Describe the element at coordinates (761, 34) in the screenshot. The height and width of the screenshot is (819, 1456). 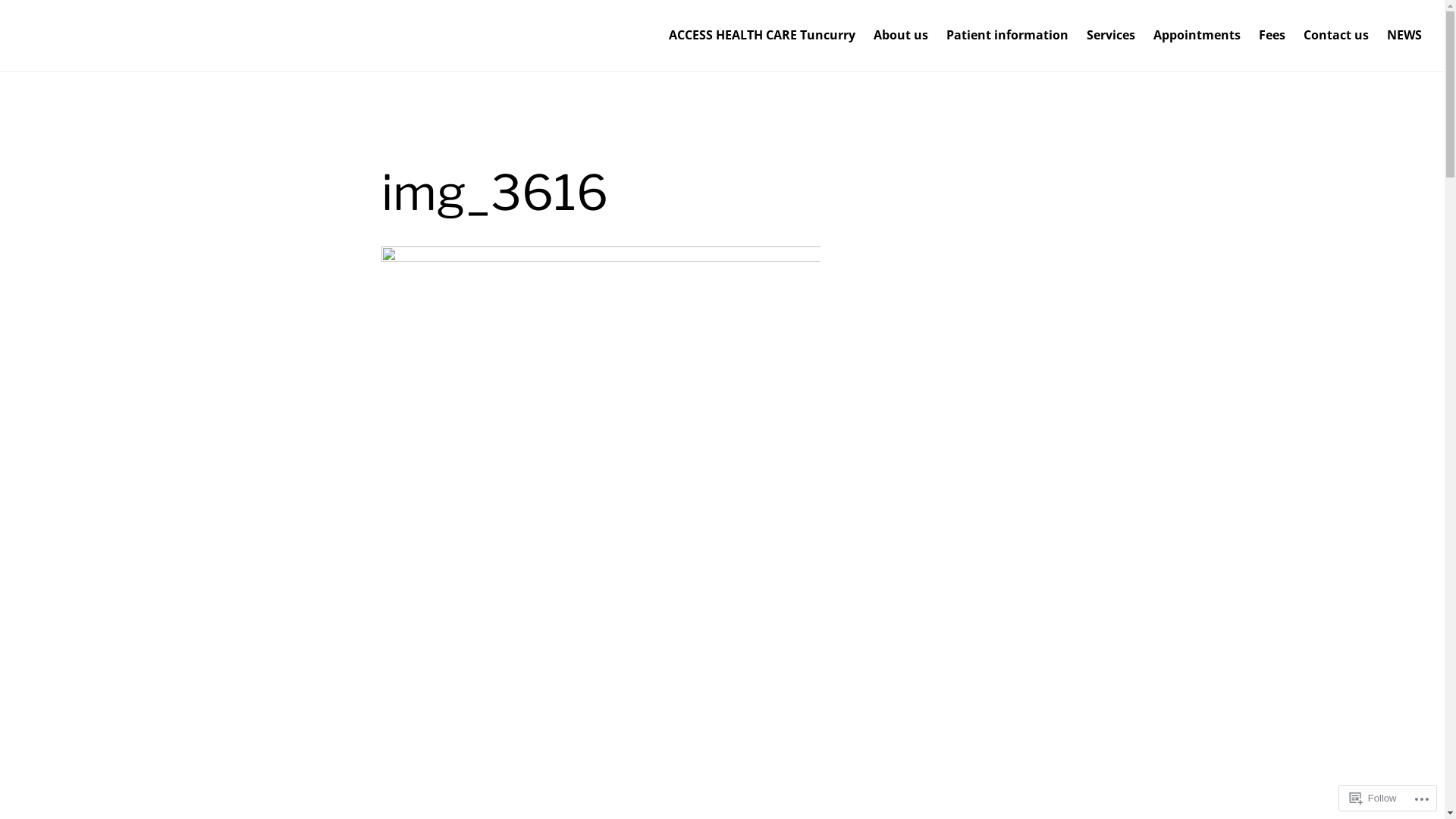
I see `'ACCESS HEALTH CARE Tuncurry'` at that location.